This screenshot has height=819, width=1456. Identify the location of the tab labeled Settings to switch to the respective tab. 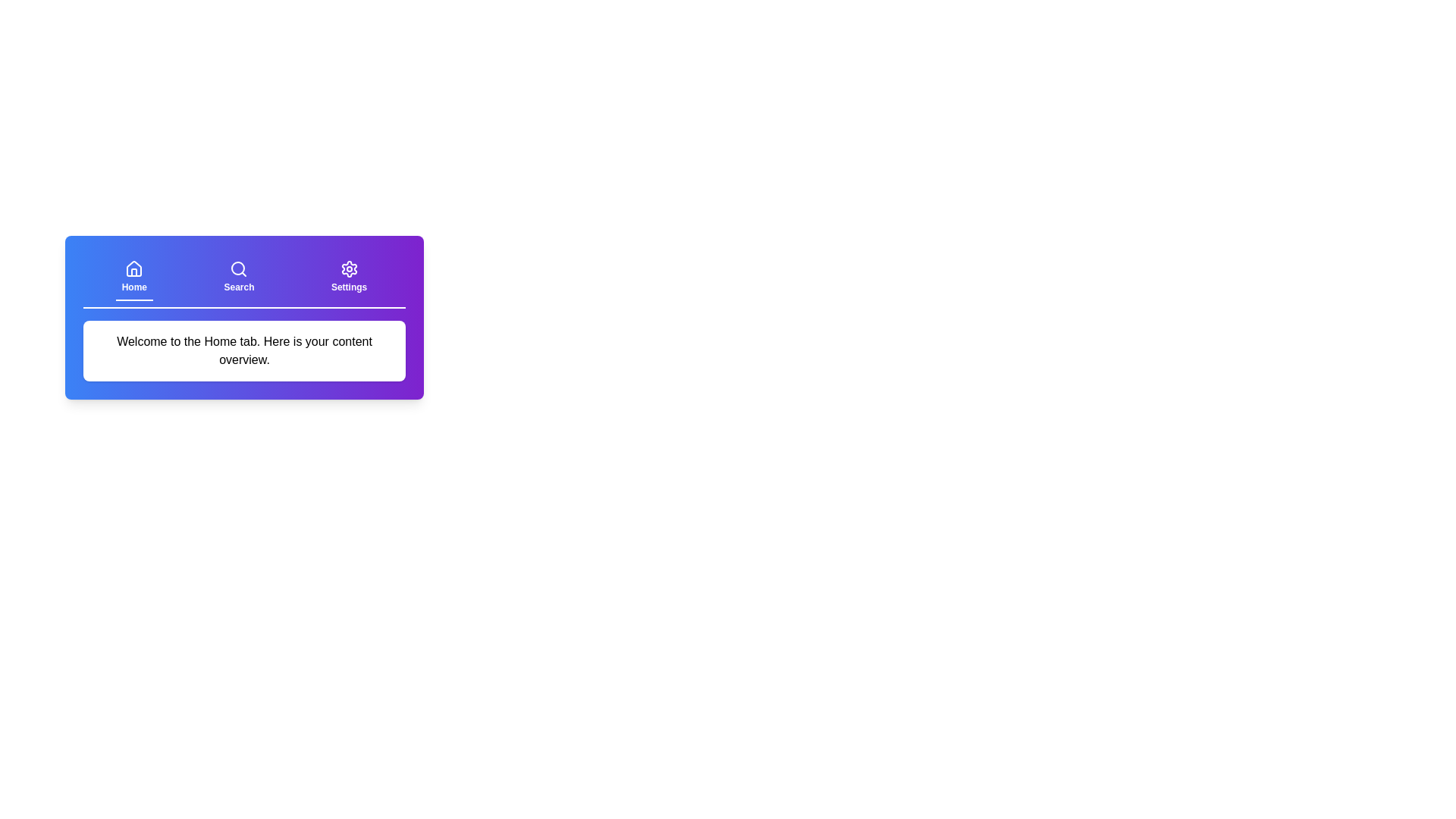
(348, 278).